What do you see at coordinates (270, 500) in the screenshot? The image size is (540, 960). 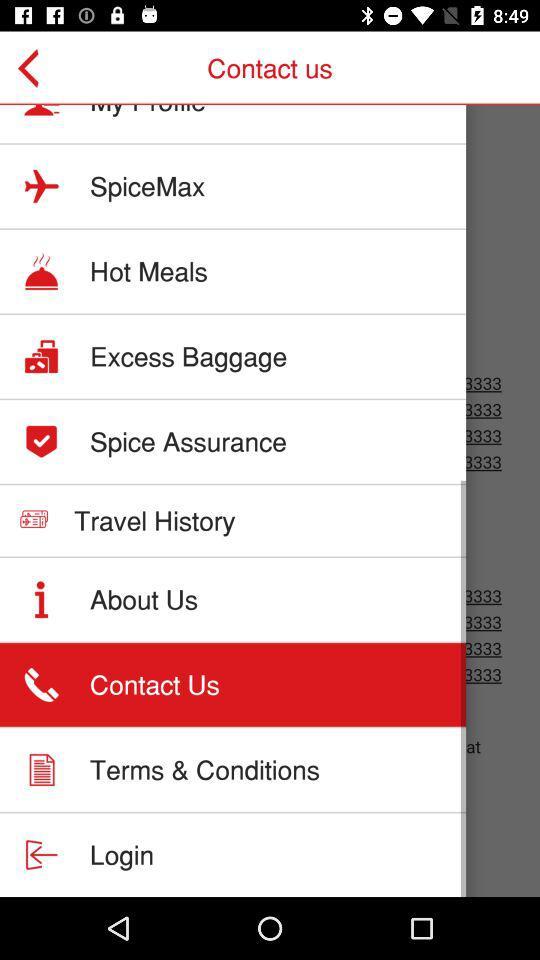 I see `contact support` at bounding box center [270, 500].